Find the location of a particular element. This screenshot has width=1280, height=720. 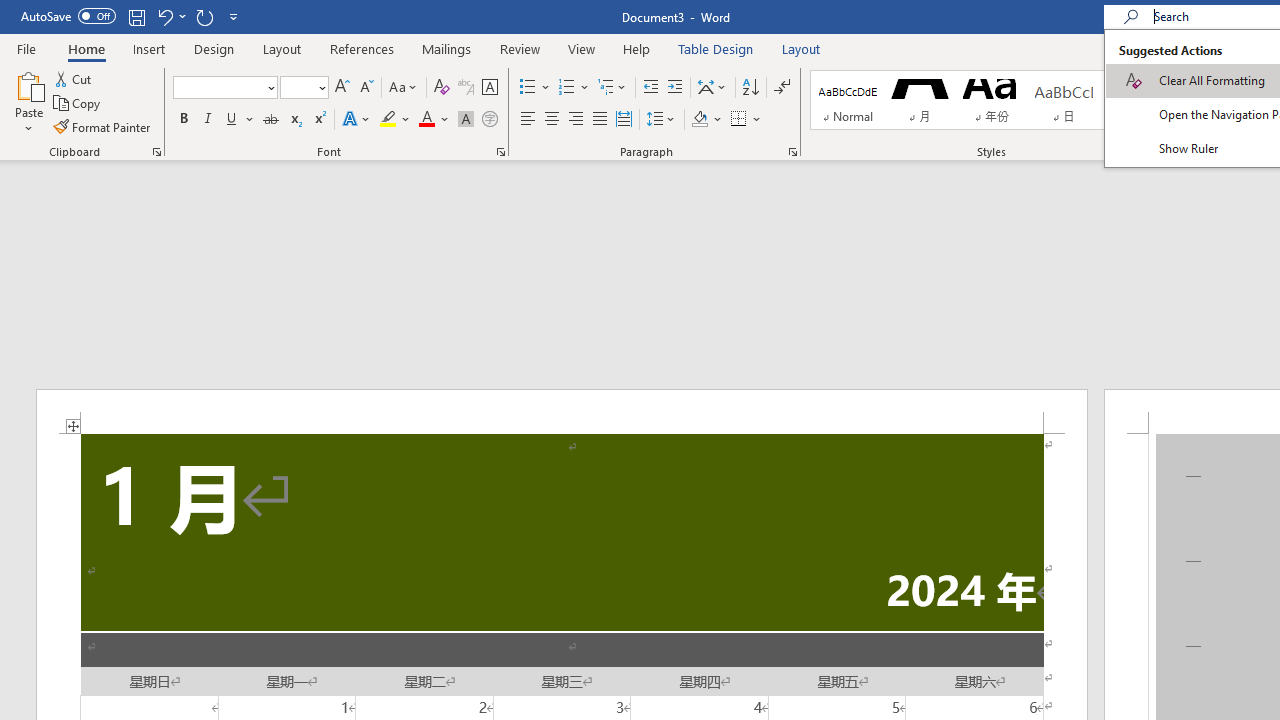

'Save' is located at coordinates (135, 16).